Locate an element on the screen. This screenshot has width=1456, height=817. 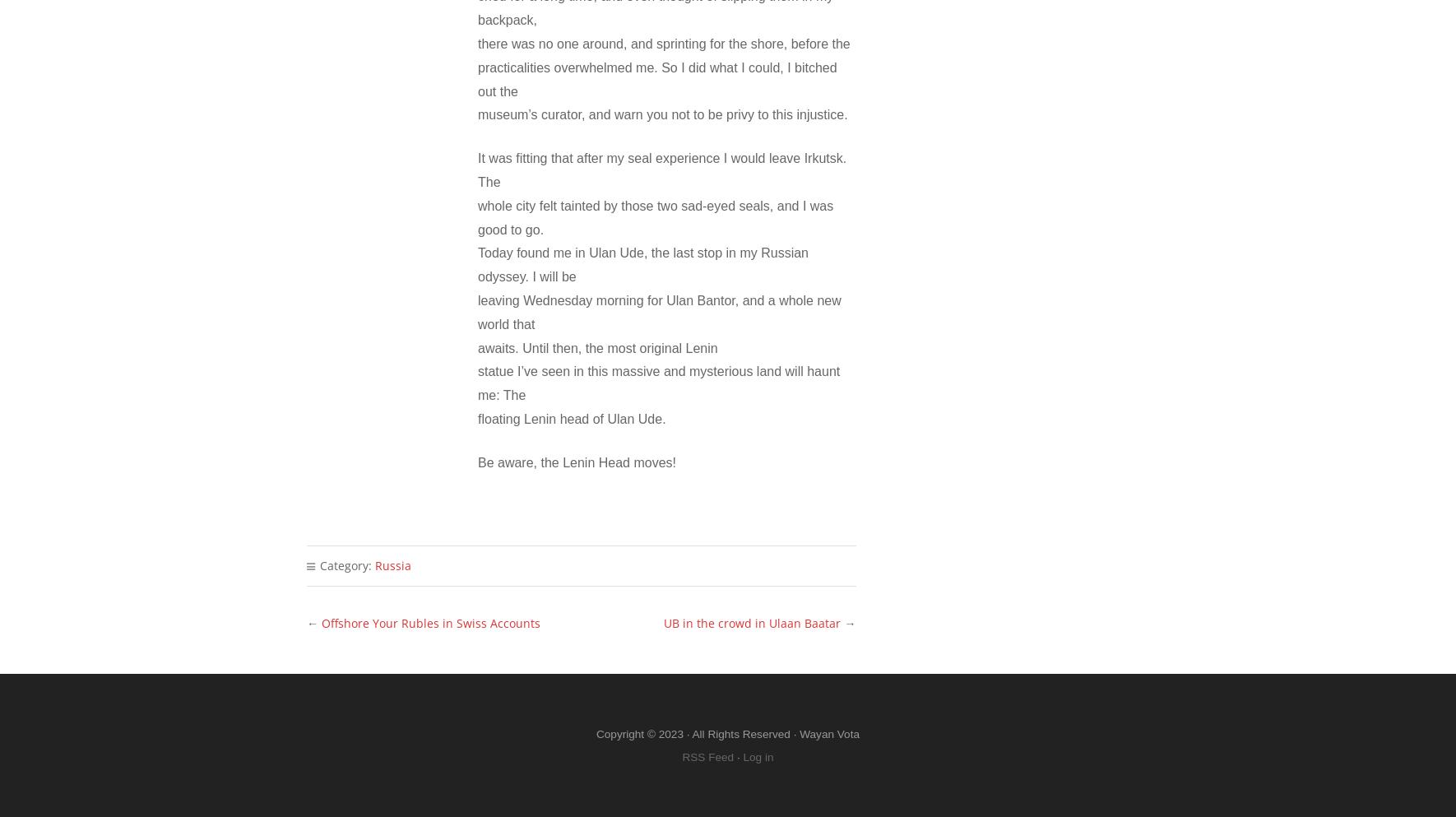
'statue I’ve seen in this massive and mysterious land will haunt me: The' is located at coordinates (658, 383).